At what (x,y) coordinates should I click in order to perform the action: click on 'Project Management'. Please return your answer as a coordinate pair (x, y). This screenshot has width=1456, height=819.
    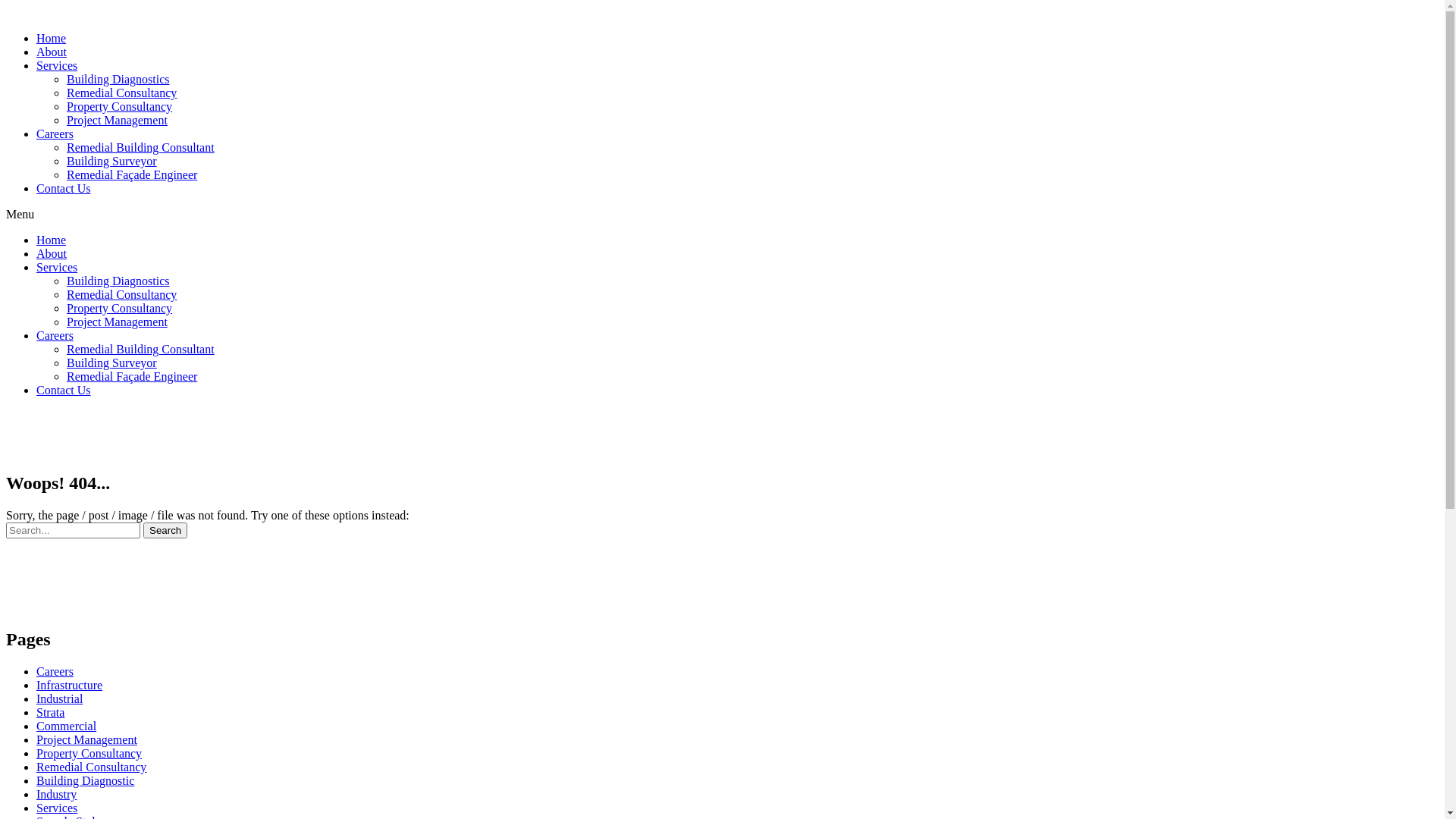
    Looking at the image, I should click on (86, 739).